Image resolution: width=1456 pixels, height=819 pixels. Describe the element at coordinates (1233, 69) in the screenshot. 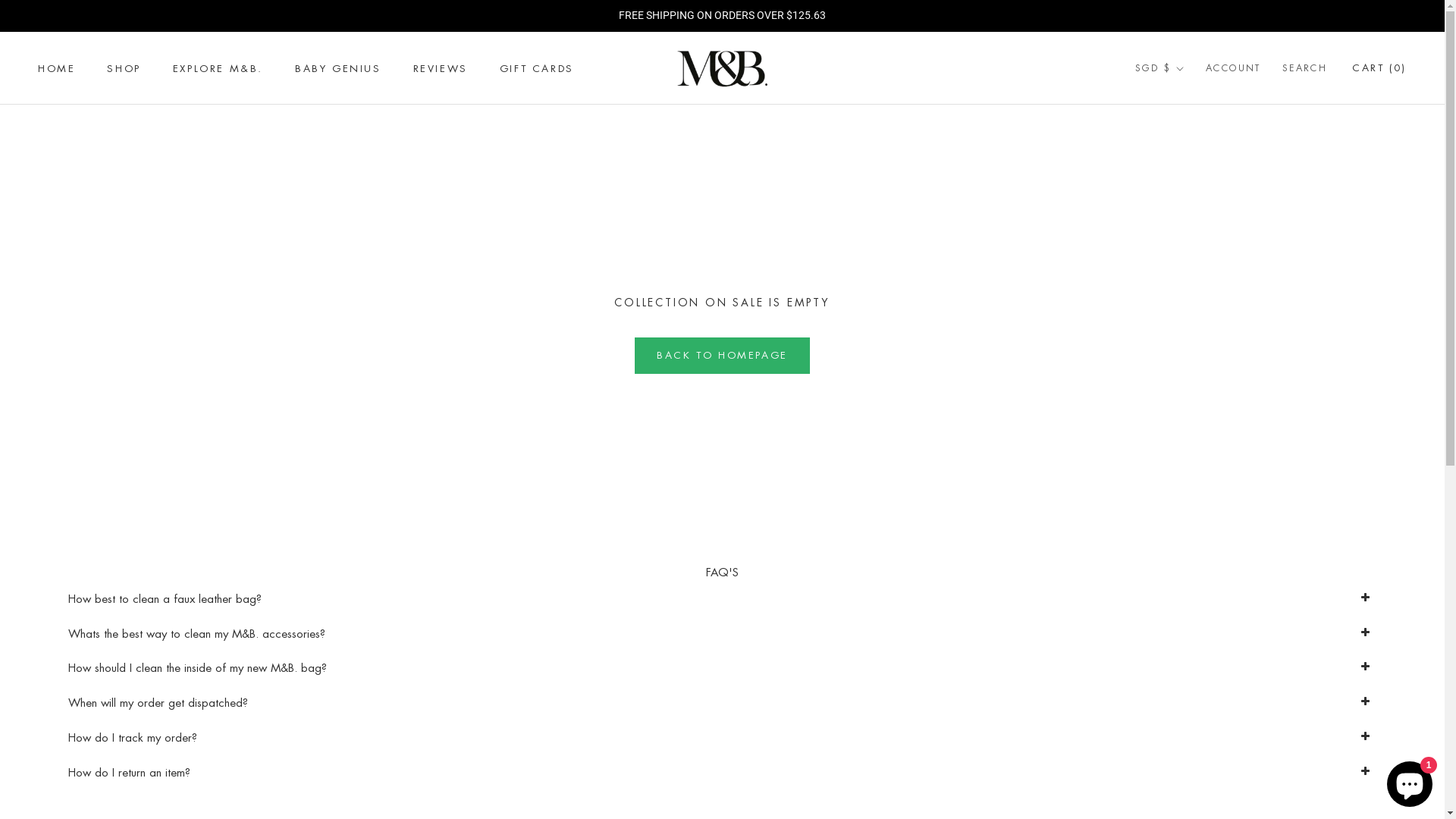

I see `'ACCOUNT'` at that location.